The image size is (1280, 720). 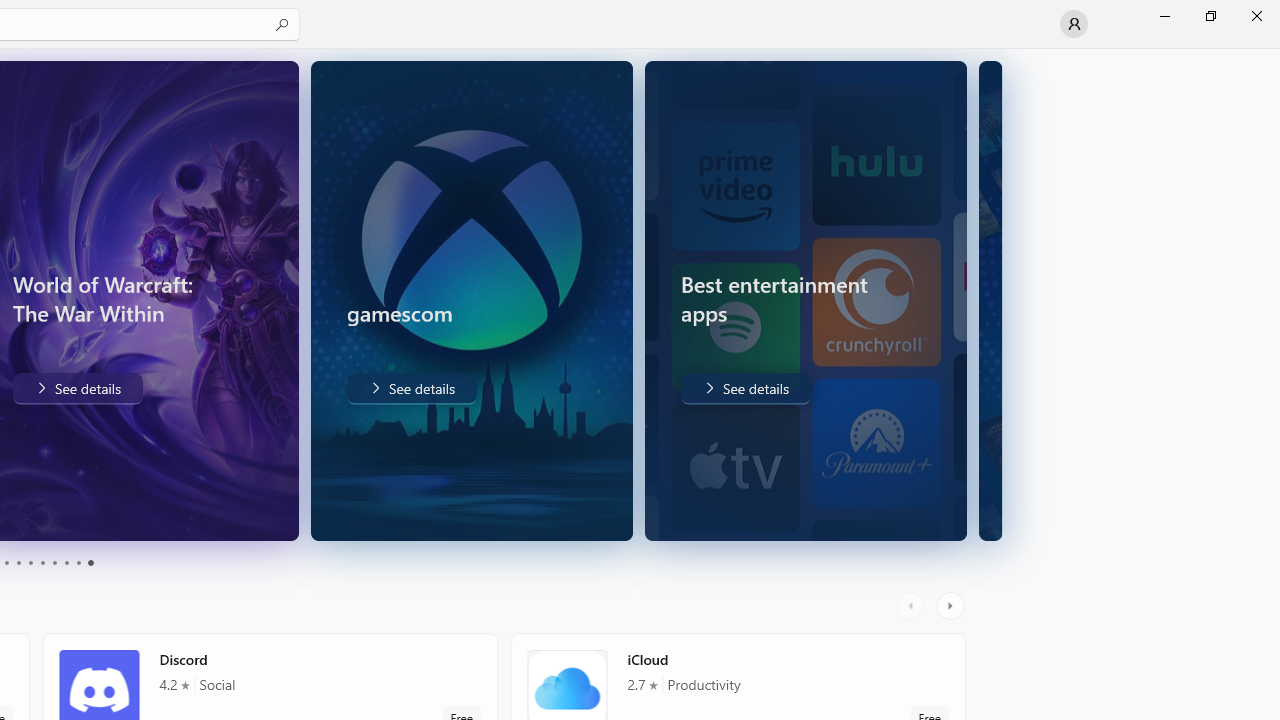 What do you see at coordinates (1072, 24) in the screenshot?
I see `'User profile'` at bounding box center [1072, 24].